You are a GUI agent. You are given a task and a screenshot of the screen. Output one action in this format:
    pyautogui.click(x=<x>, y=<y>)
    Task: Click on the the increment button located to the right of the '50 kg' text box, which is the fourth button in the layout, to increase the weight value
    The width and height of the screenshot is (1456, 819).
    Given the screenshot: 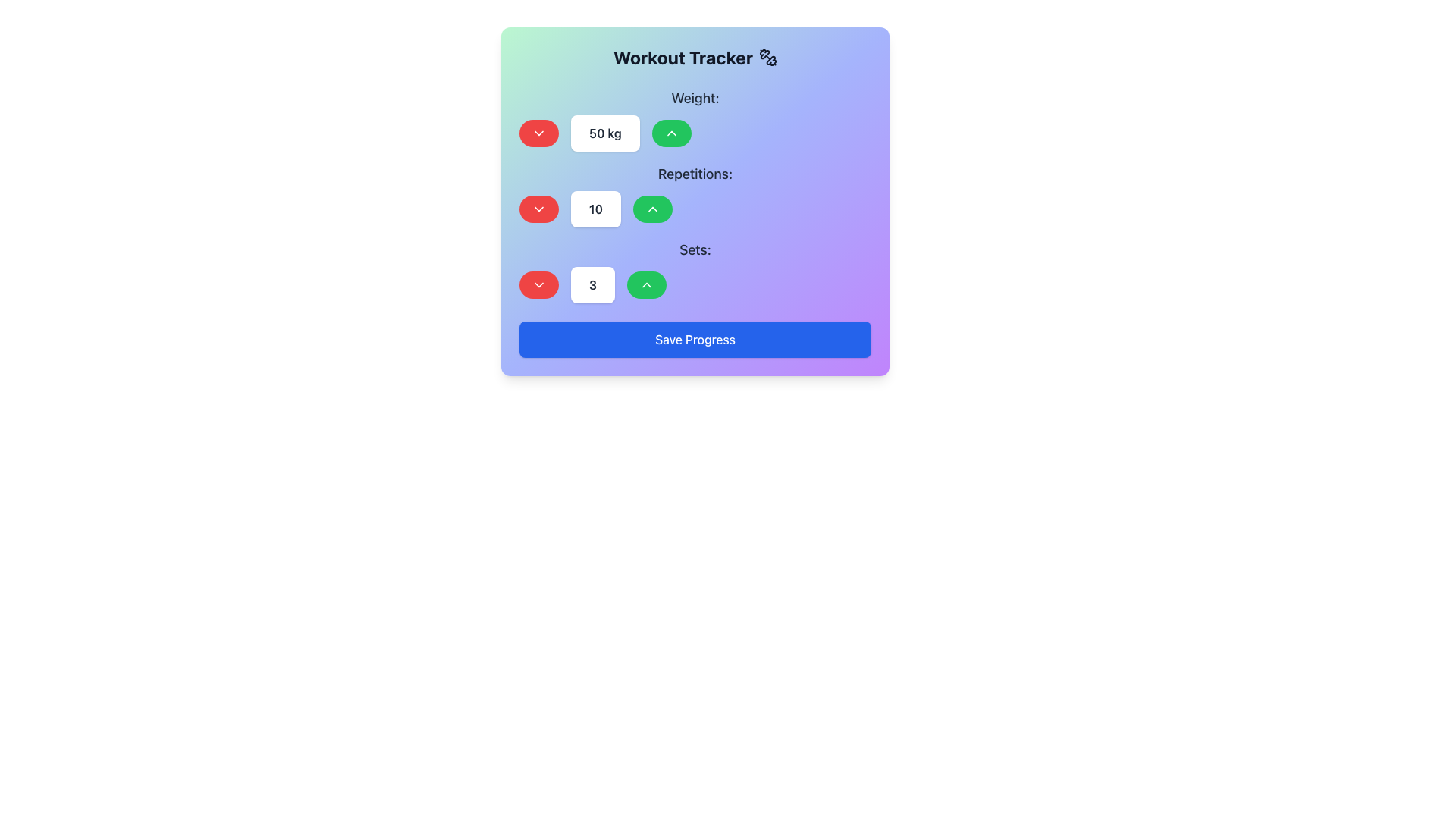 What is the action you would take?
    pyautogui.click(x=670, y=133)
    